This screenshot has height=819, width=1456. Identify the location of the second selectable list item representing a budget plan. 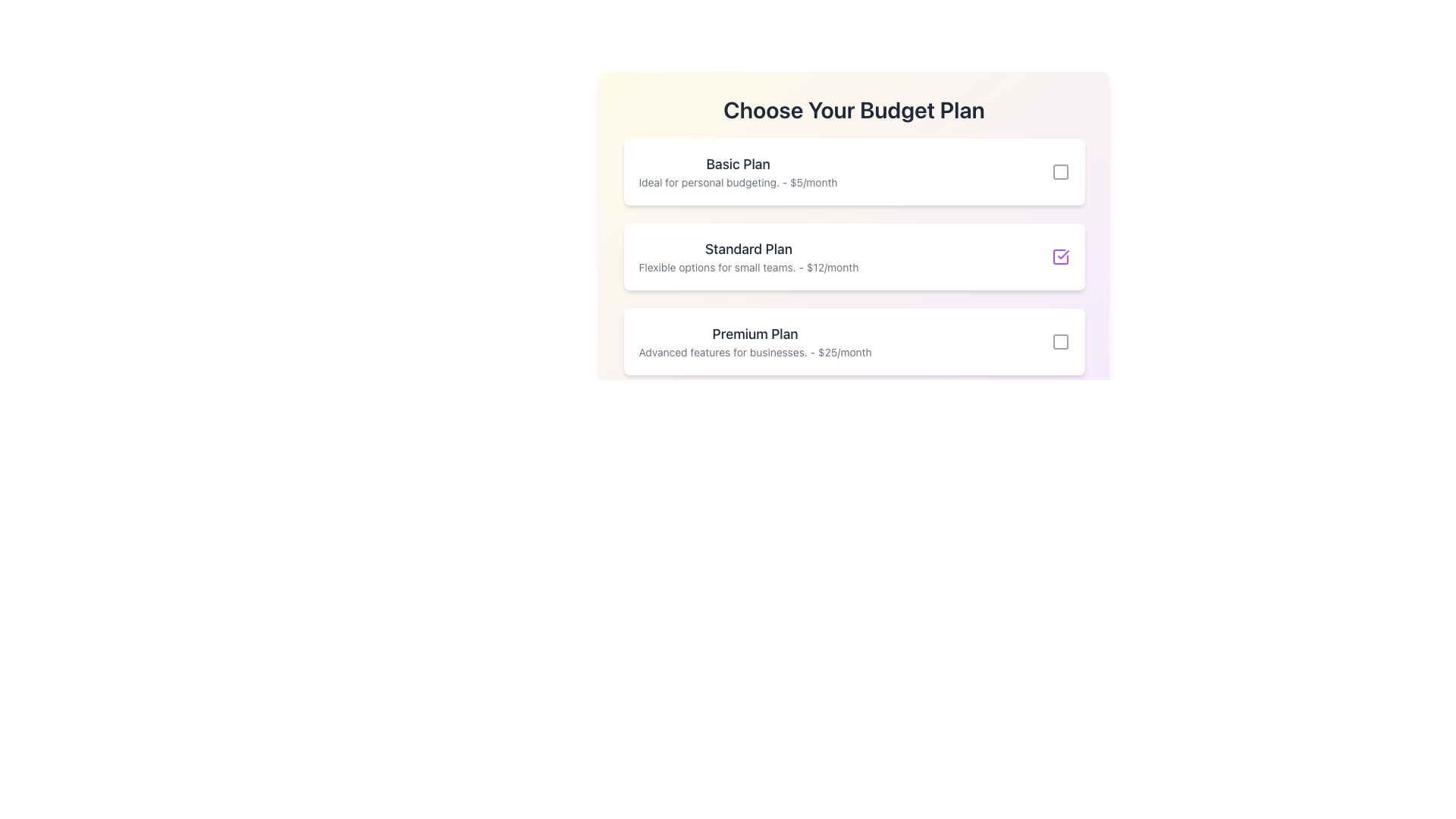
(854, 271).